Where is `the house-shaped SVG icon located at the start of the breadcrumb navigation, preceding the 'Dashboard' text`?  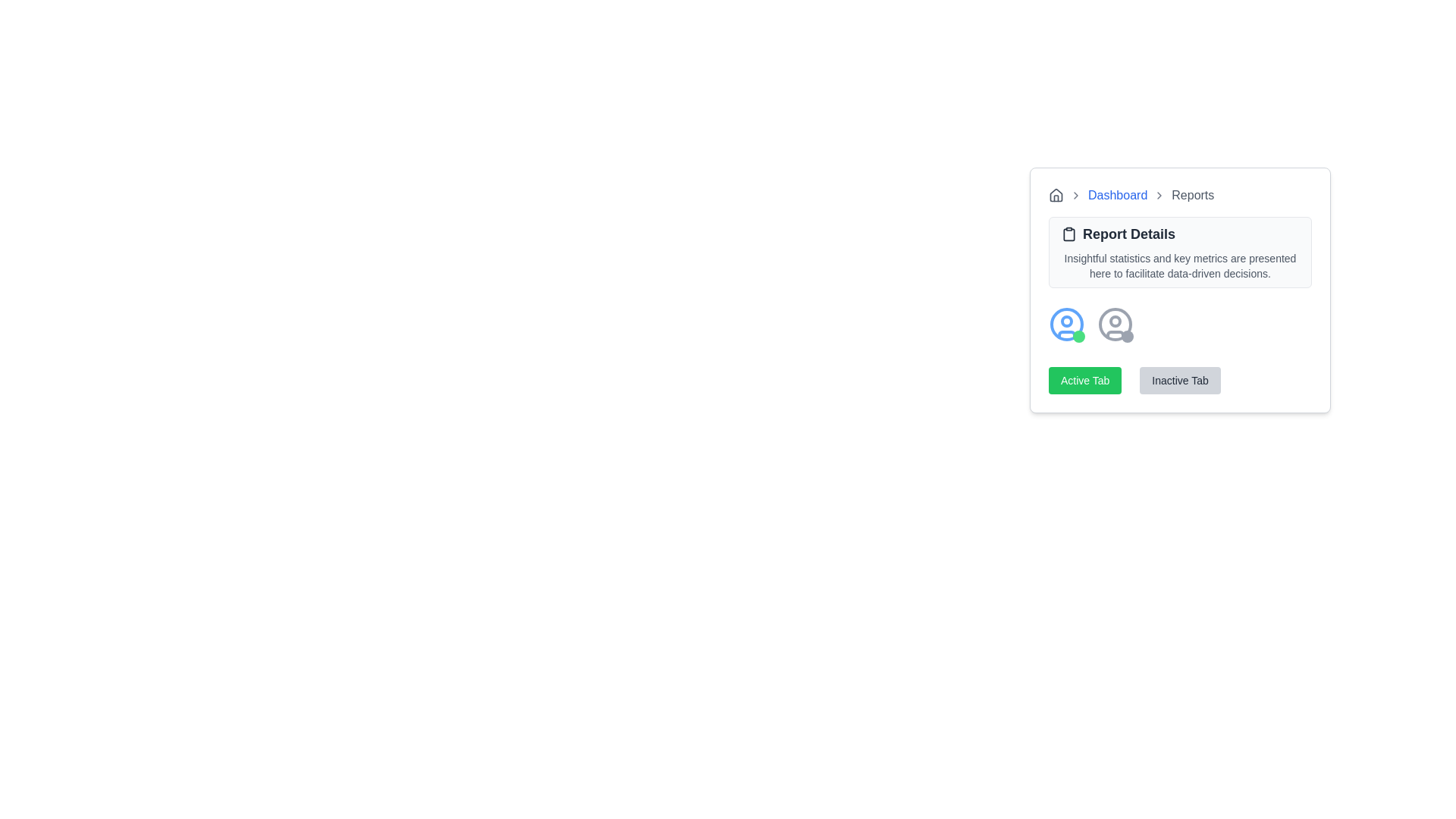
the house-shaped SVG icon located at the start of the breadcrumb navigation, preceding the 'Dashboard' text is located at coordinates (1055, 195).